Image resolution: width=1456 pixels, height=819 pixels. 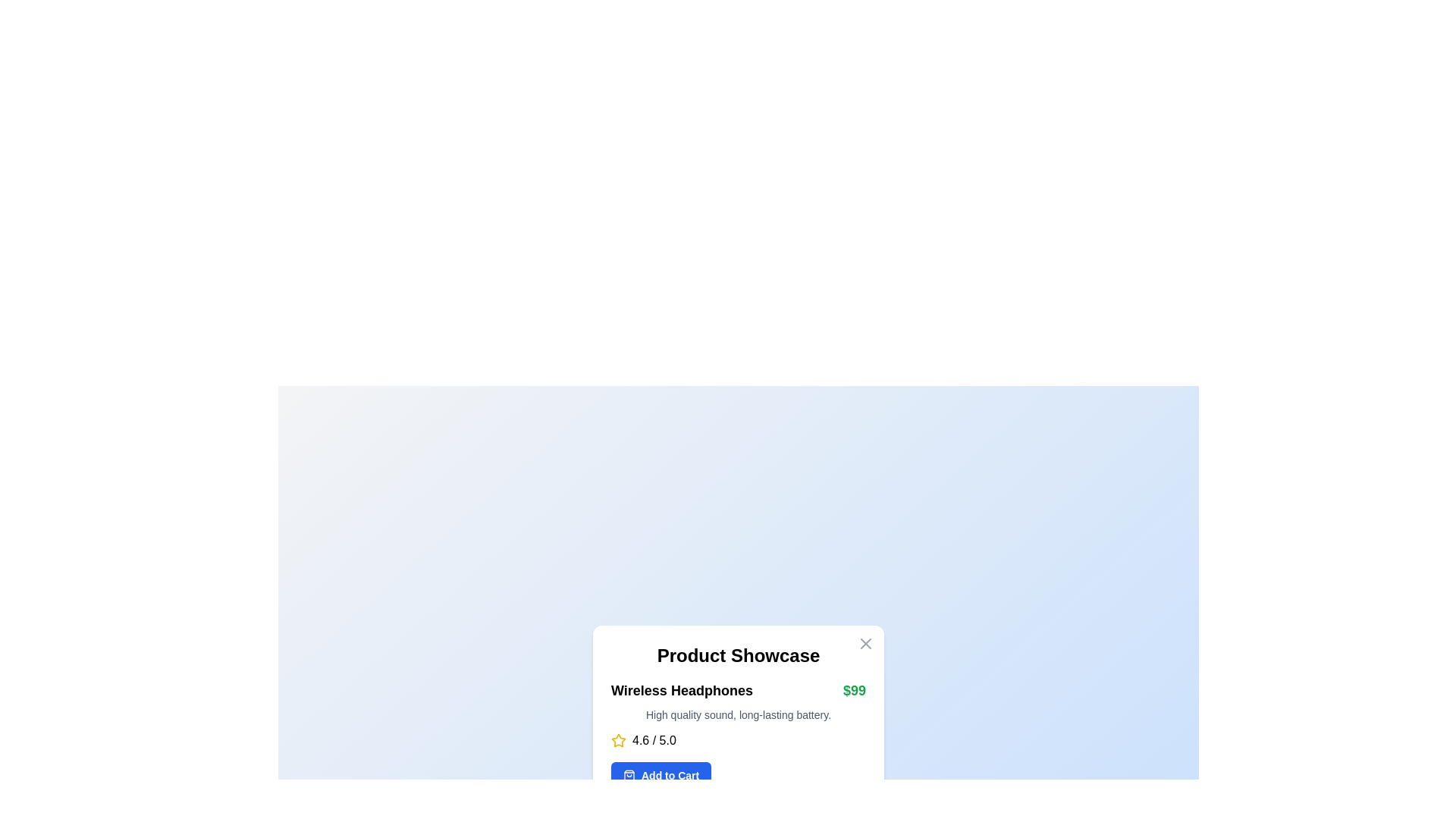 What do you see at coordinates (661, 775) in the screenshot?
I see `the 'Add to Cart' button, which is a rectangular button with a vibrant blue background and white text, located at the bottom of the product information card` at bounding box center [661, 775].